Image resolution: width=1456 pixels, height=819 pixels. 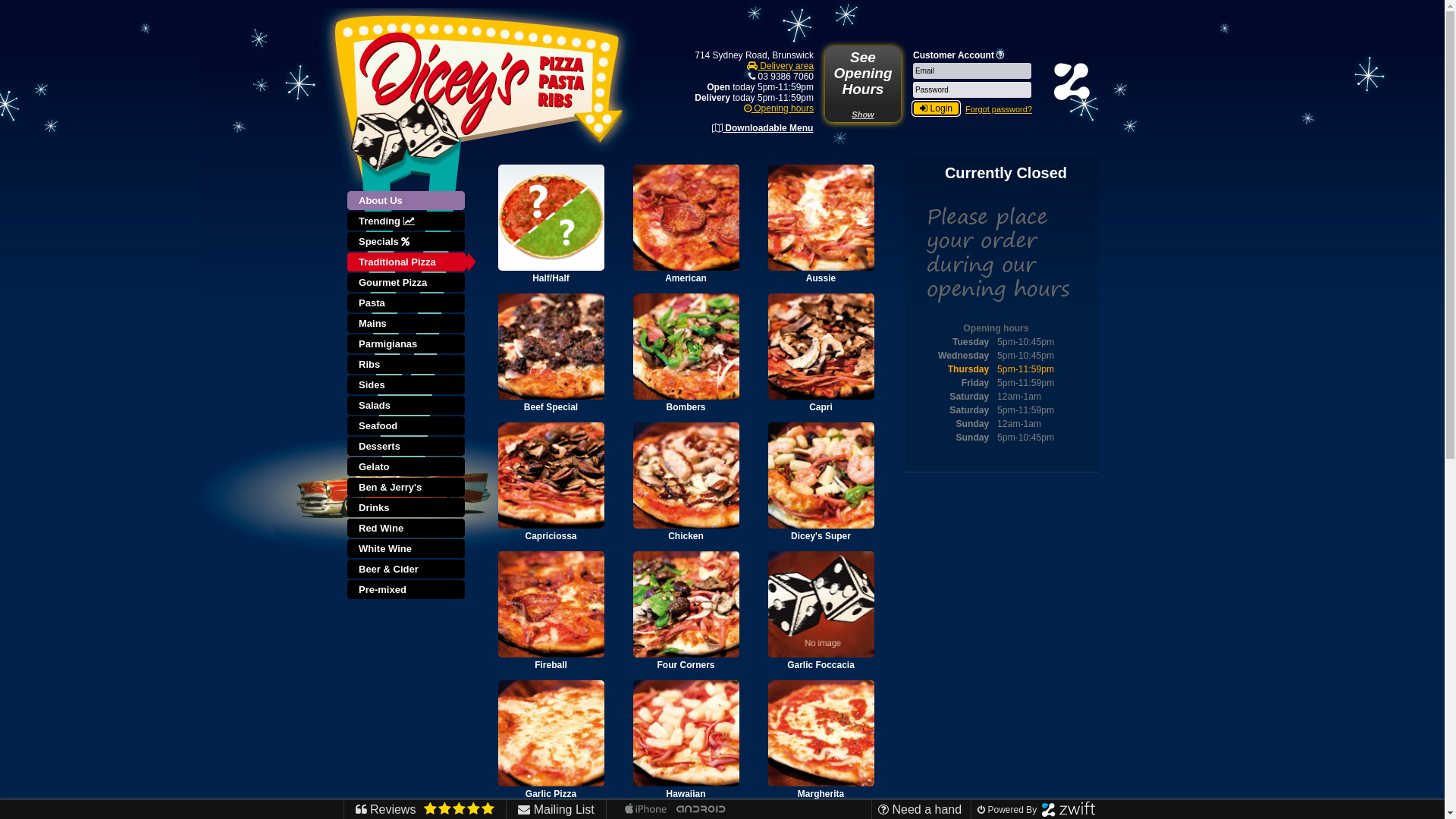 I want to click on 'Seafood', so click(x=346, y=426).